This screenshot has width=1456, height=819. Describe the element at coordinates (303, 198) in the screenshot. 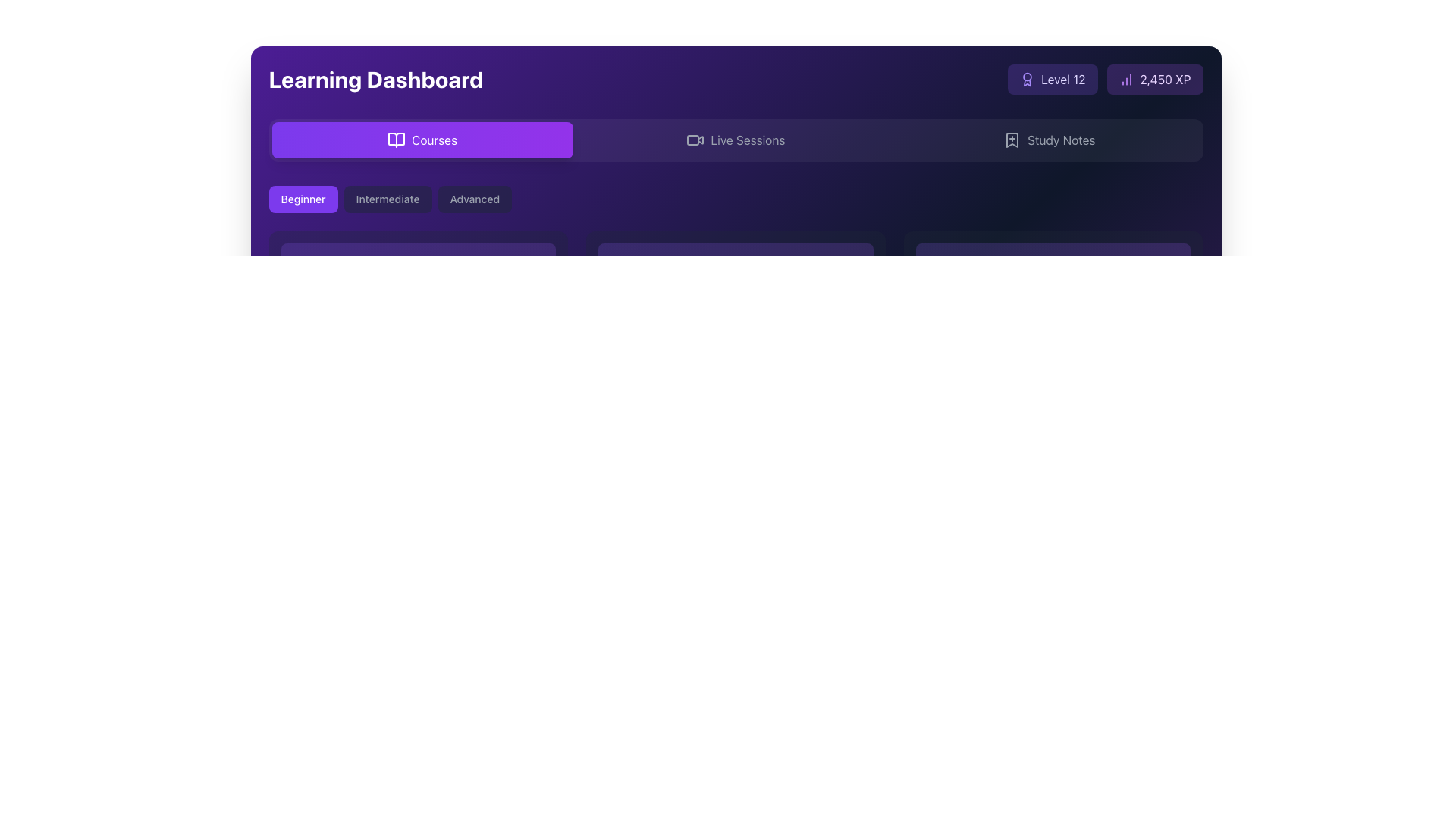

I see `the 'Beginner' button, which is the first button in a group of three with a violet background and white text` at that location.